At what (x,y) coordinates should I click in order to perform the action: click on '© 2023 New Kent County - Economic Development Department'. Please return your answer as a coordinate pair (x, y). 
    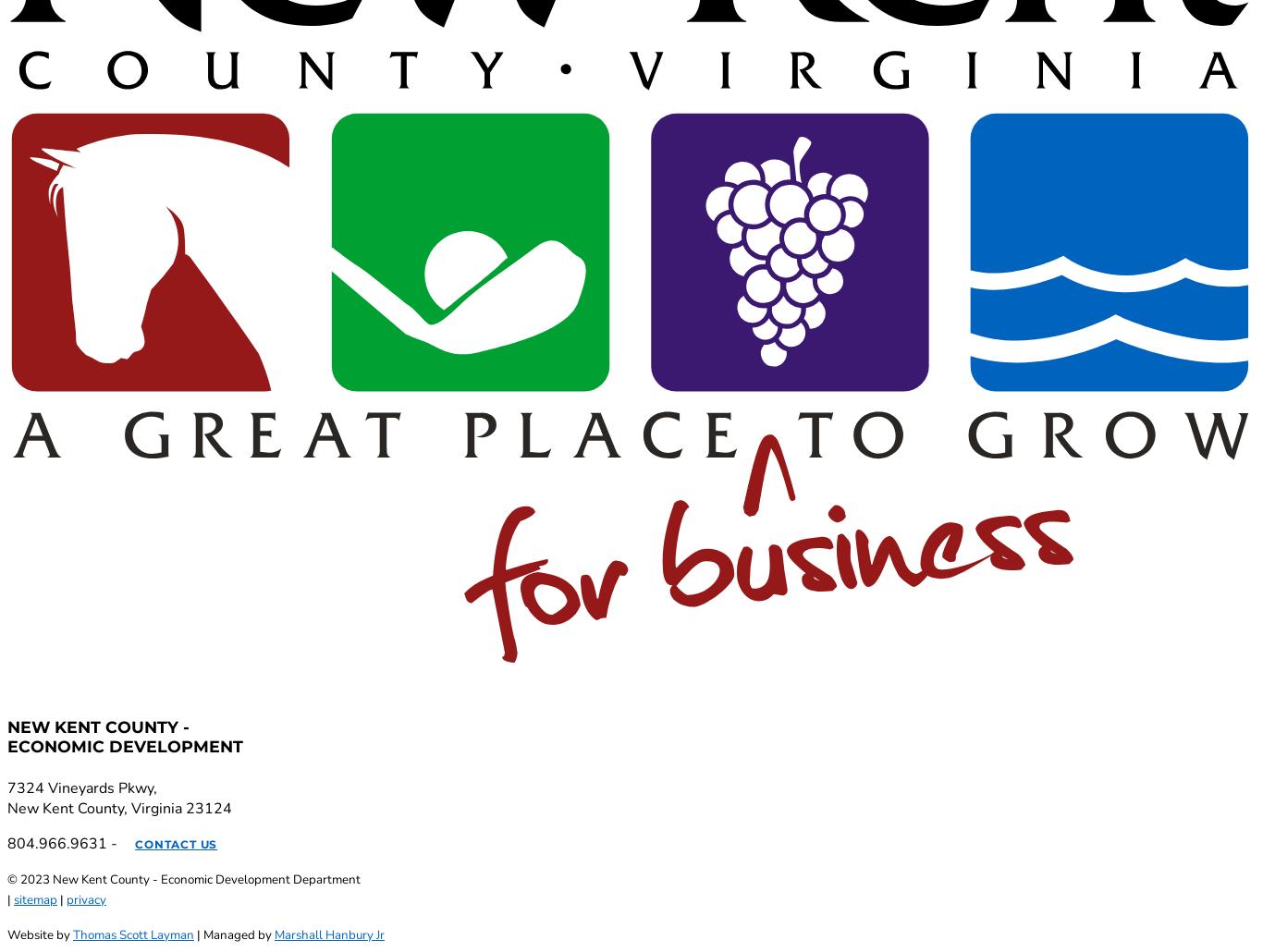
    Looking at the image, I should click on (183, 877).